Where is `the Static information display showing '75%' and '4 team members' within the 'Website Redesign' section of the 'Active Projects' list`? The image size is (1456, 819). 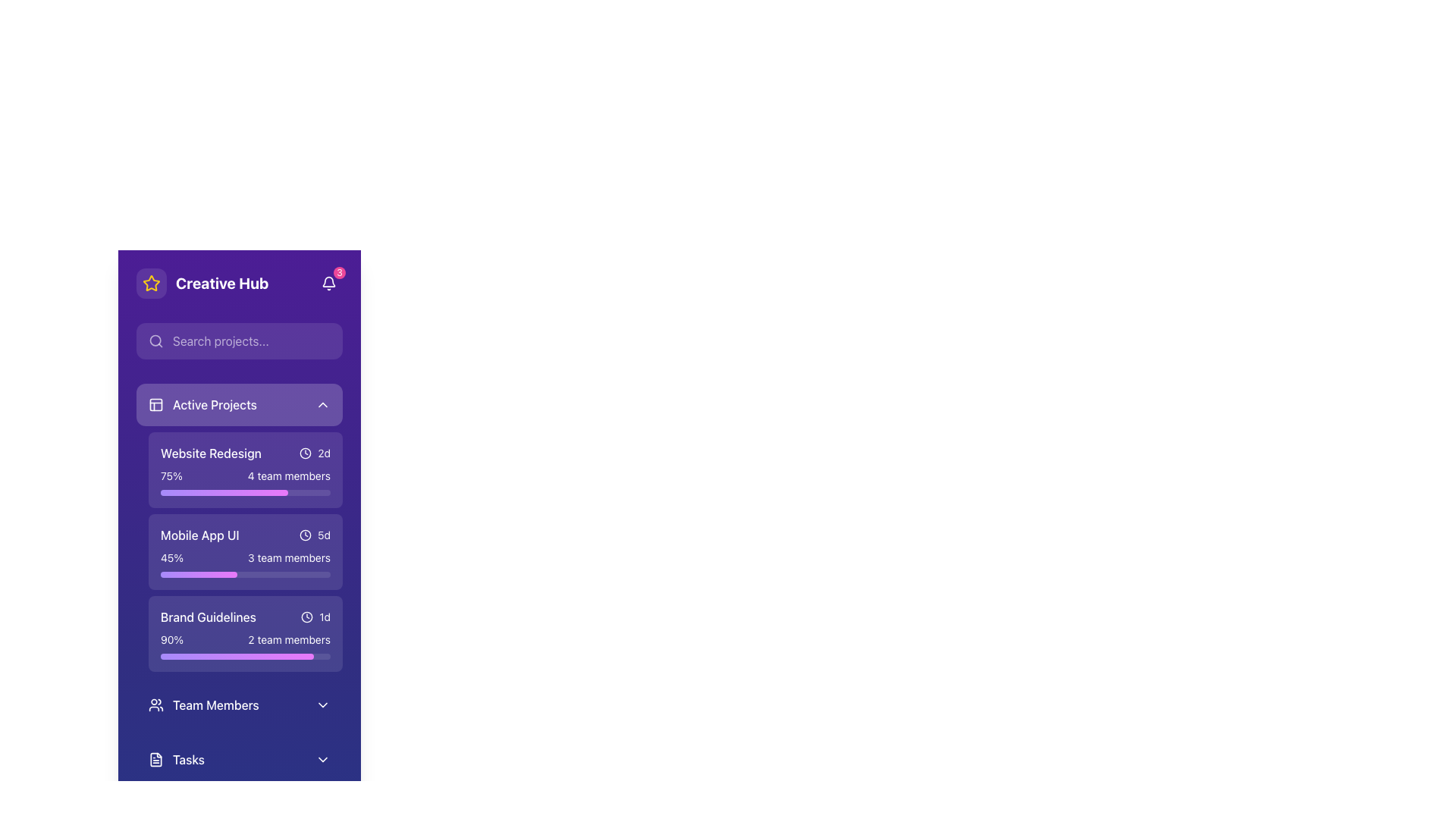
the Static information display showing '75%' and '4 team members' within the 'Website Redesign' section of the 'Active Projects' list is located at coordinates (246, 475).